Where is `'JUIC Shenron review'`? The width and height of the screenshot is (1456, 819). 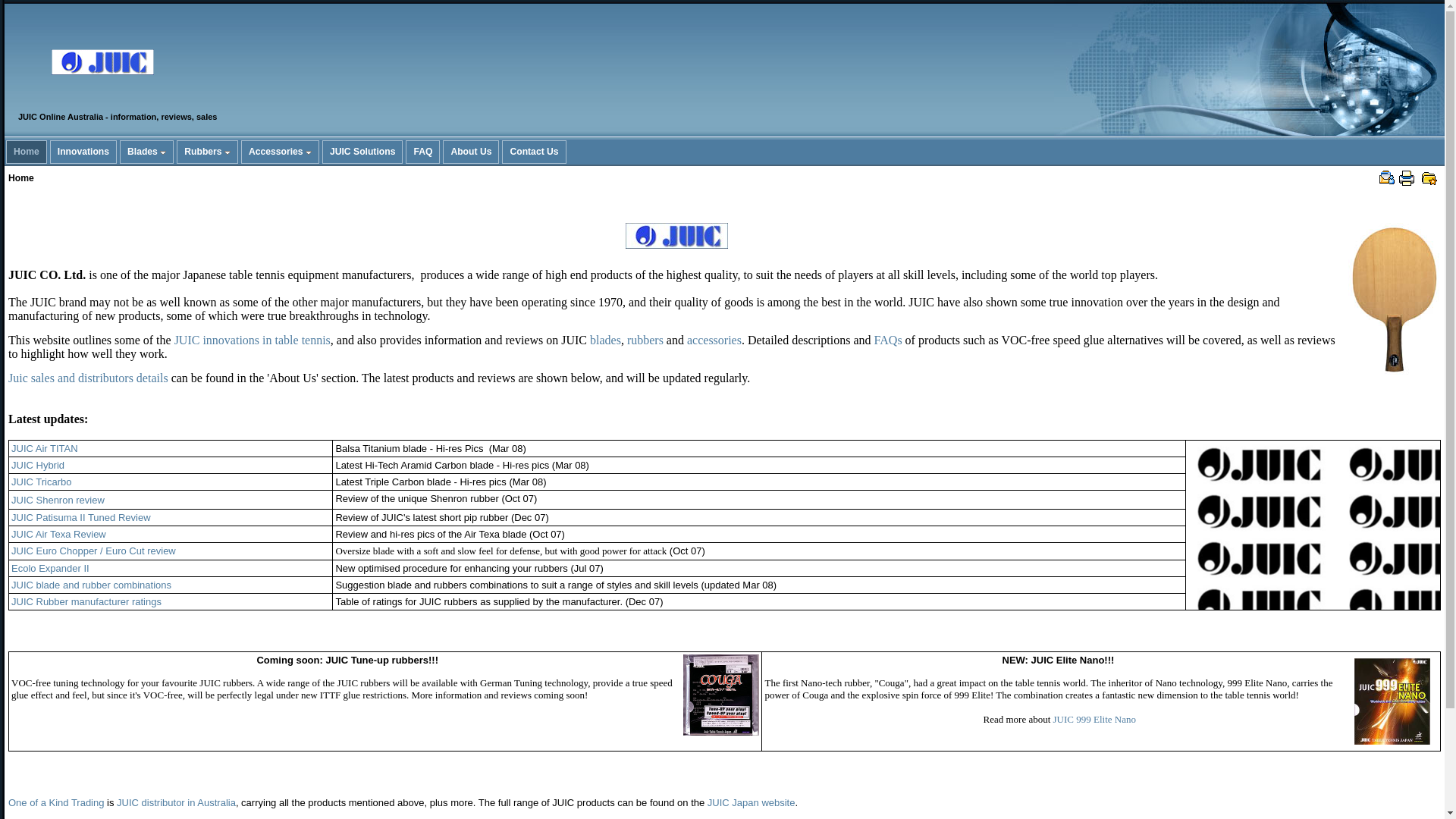 'JUIC Shenron review' is located at coordinates (58, 499).